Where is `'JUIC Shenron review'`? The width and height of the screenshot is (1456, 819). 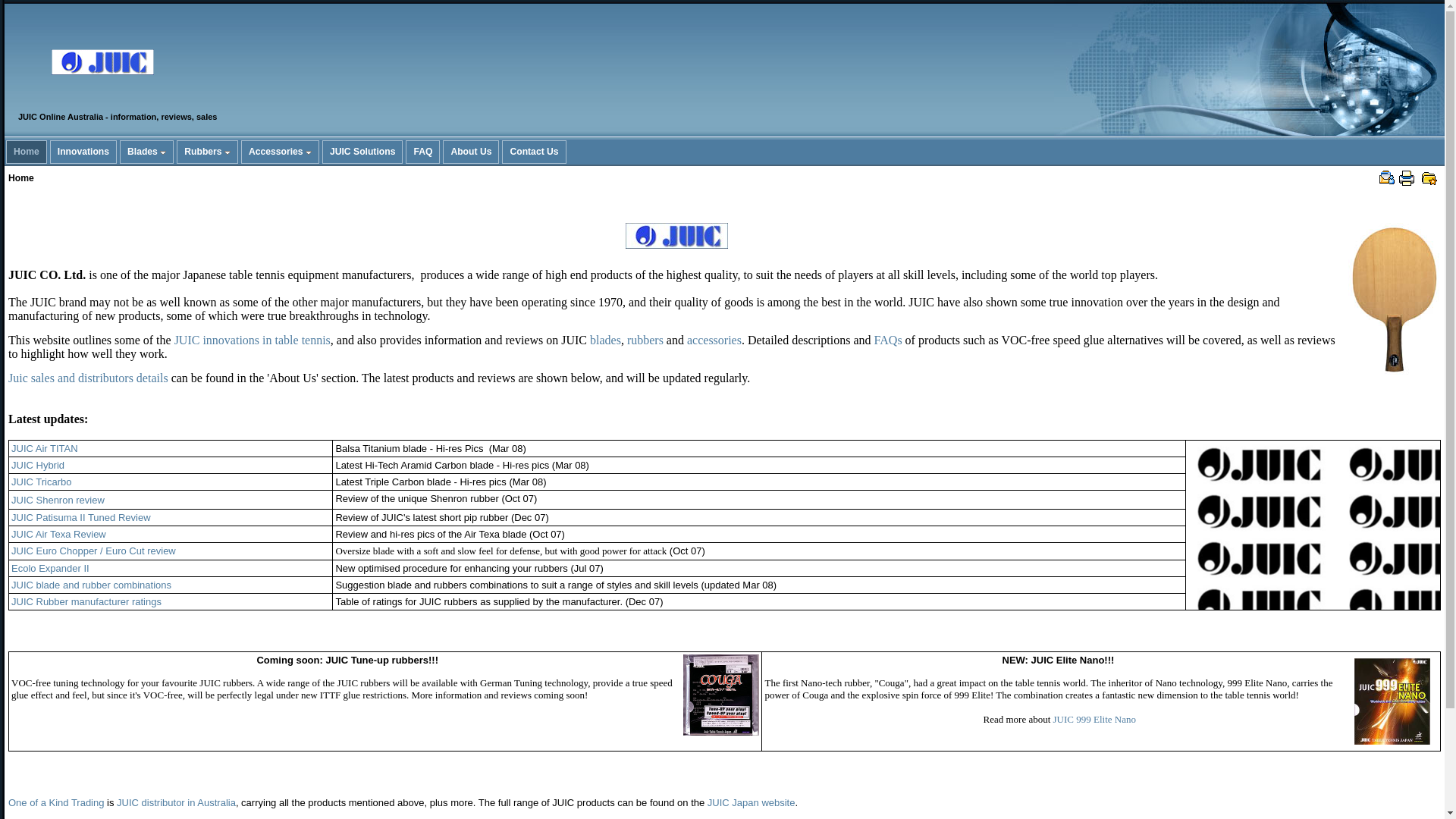 'JUIC Shenron review' is located at coordinates (58, 499).